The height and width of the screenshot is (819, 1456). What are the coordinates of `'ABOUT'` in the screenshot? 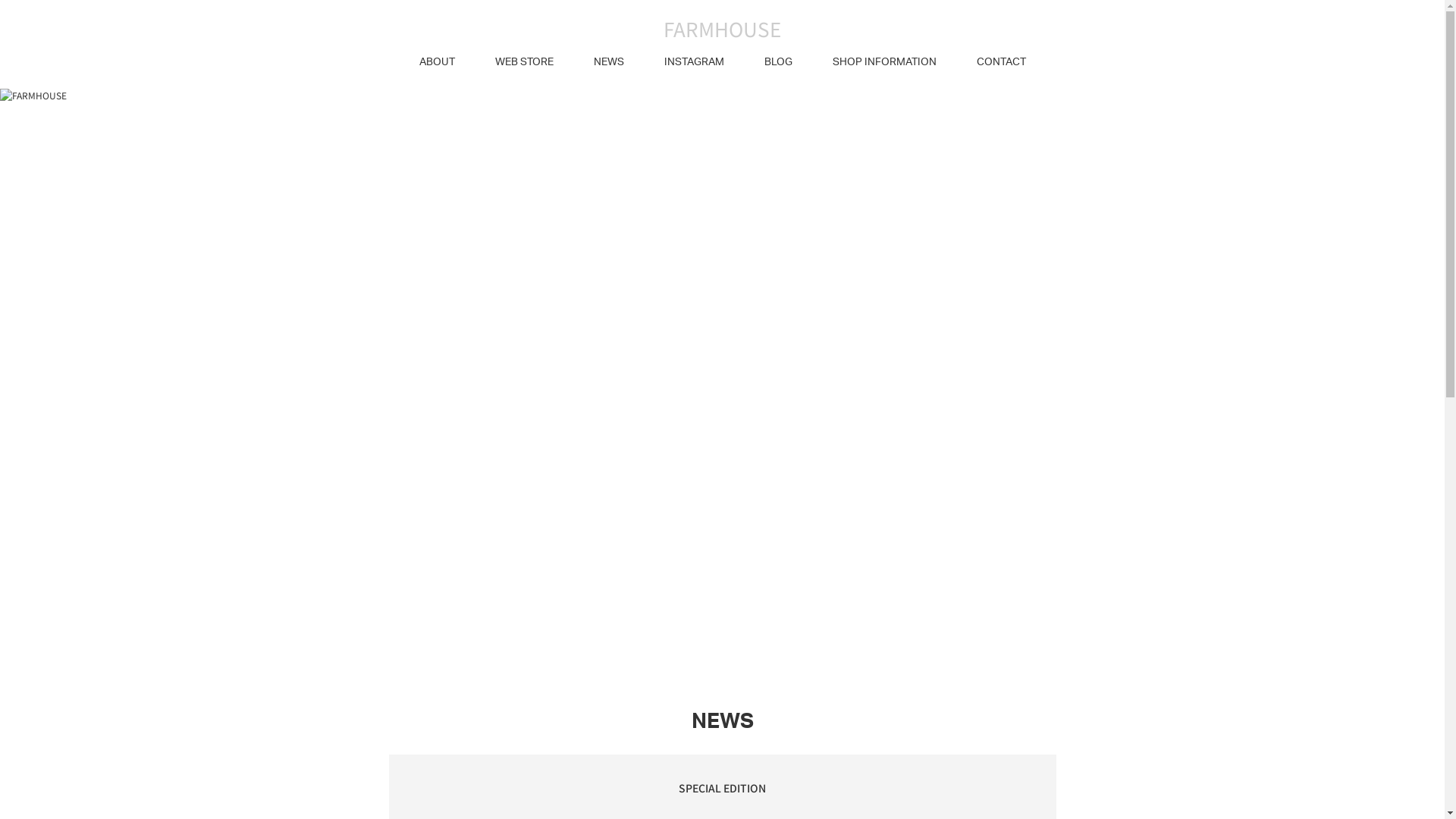 It's located at (435, 61).